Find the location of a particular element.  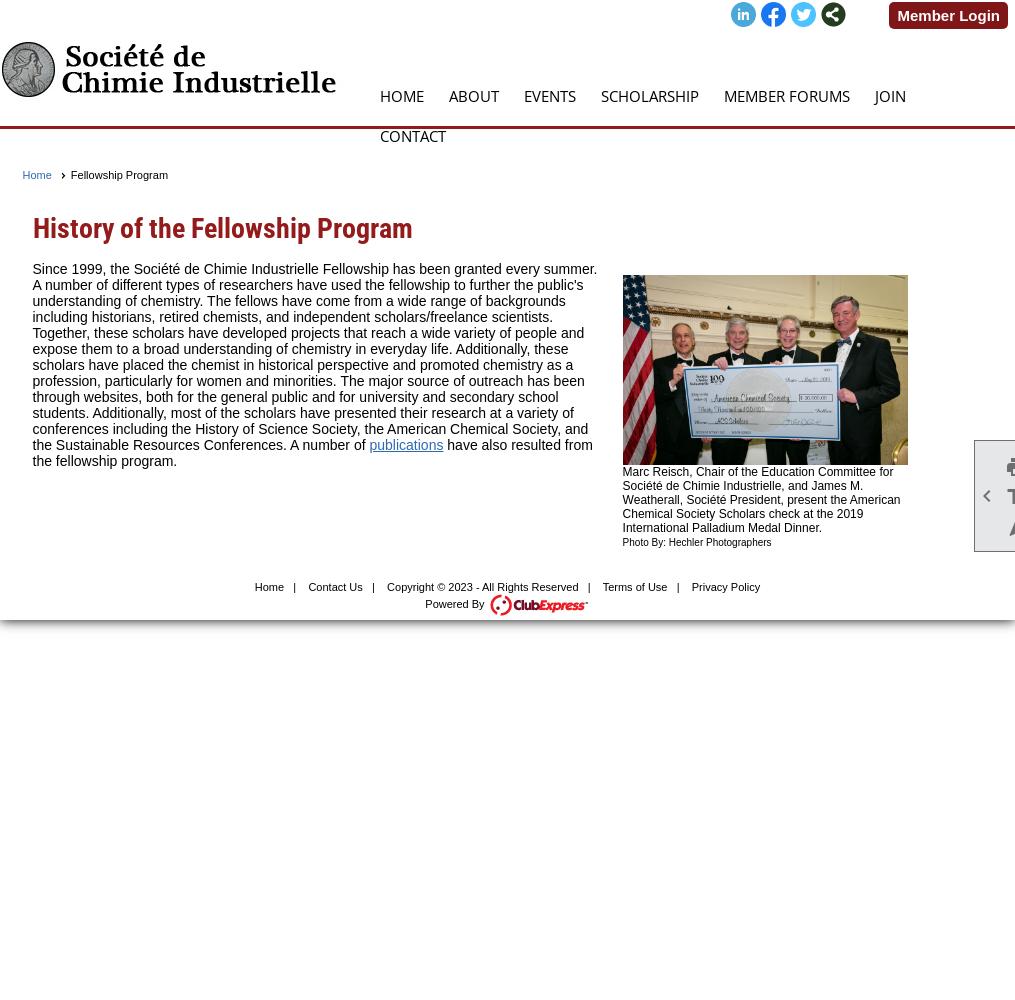

'Powered By' is located at coordinates (455, 602).